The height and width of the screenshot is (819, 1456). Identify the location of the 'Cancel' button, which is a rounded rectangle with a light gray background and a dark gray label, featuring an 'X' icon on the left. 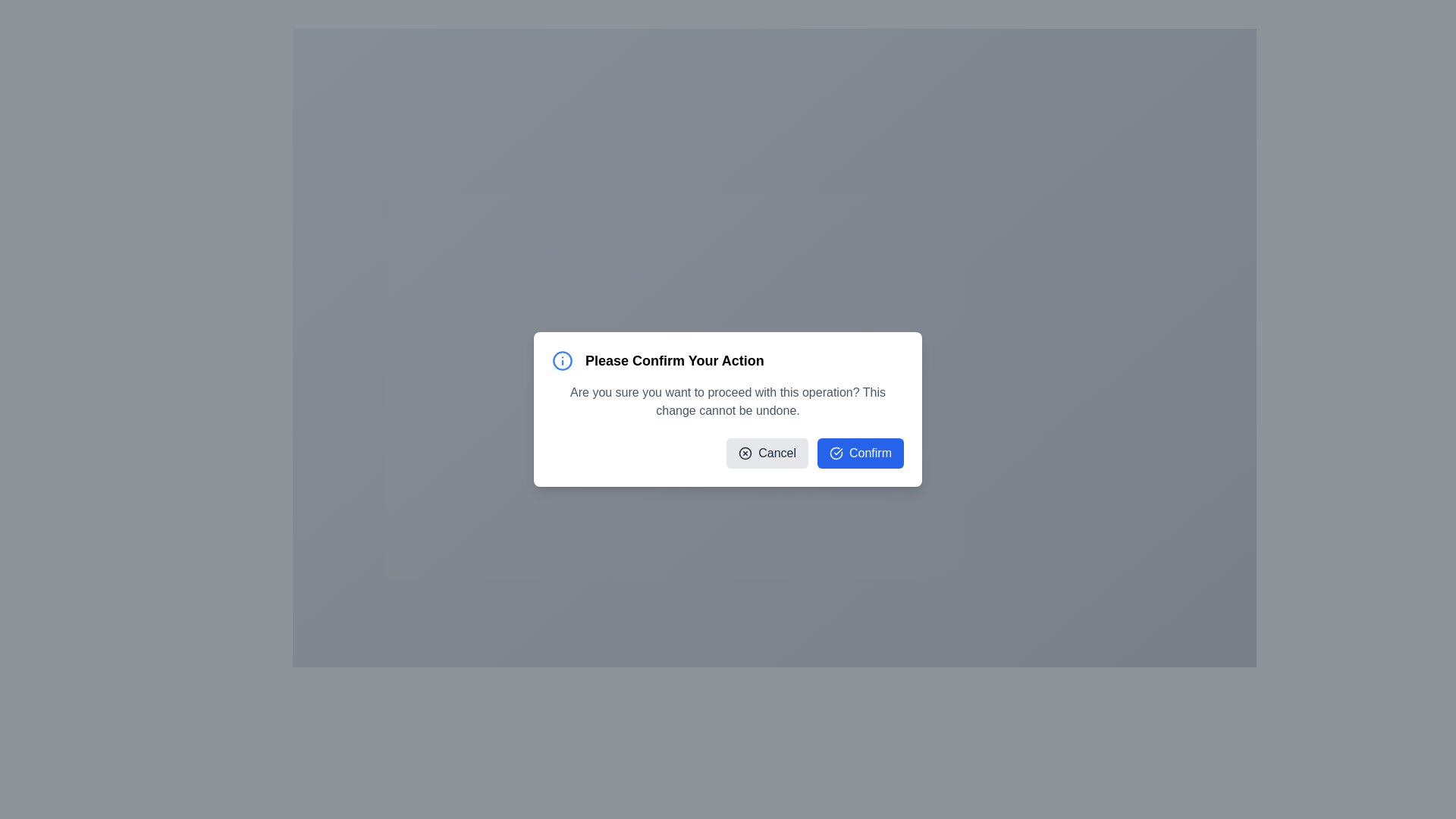
(767, 452).